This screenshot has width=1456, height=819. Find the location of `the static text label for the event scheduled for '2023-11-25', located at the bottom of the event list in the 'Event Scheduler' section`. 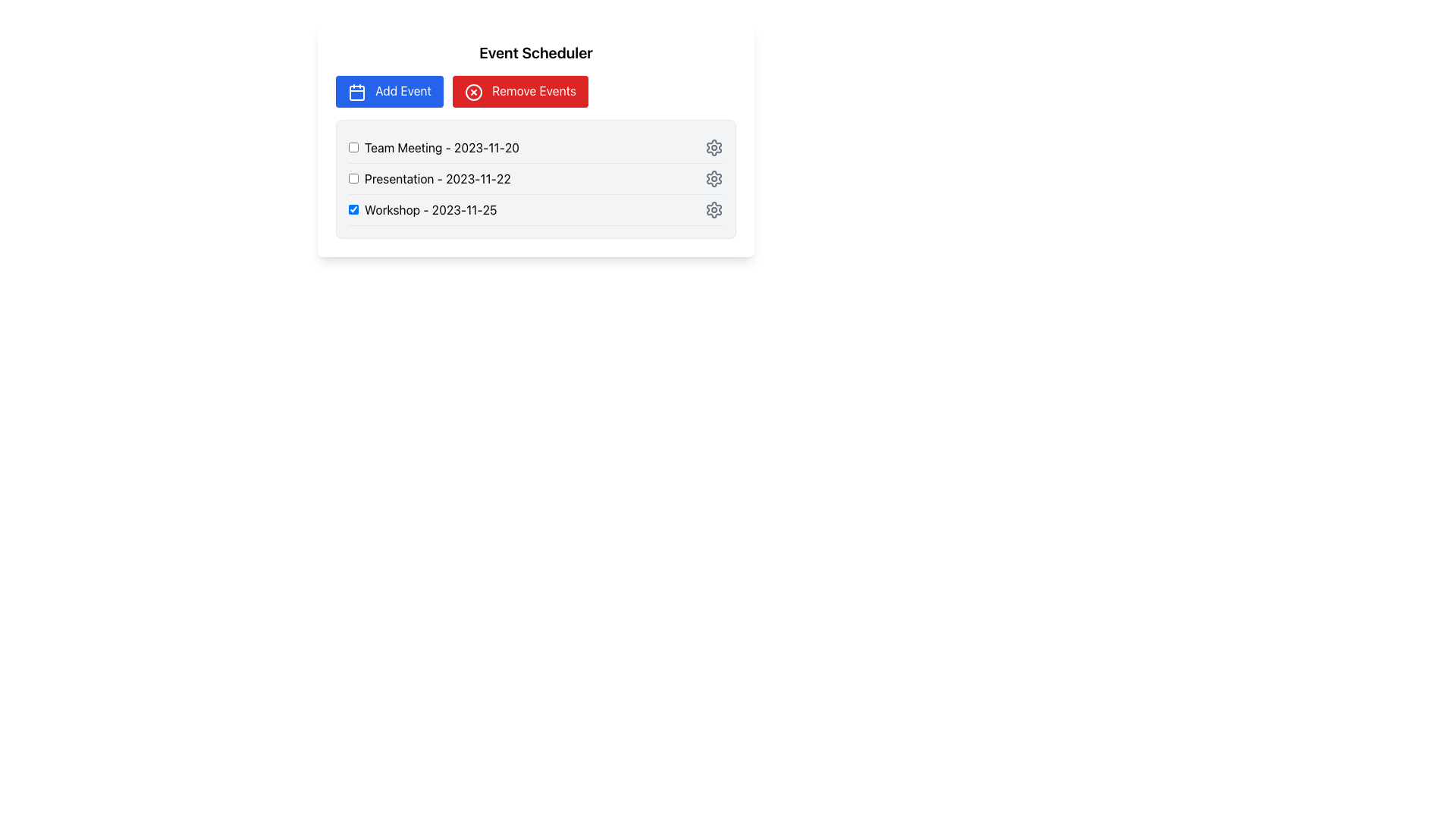

the static text label for the event scheduled for '2023-11-25', located at the bottom of the event list in the 'Event Scheduler' section is located at coordinates (430, 209).